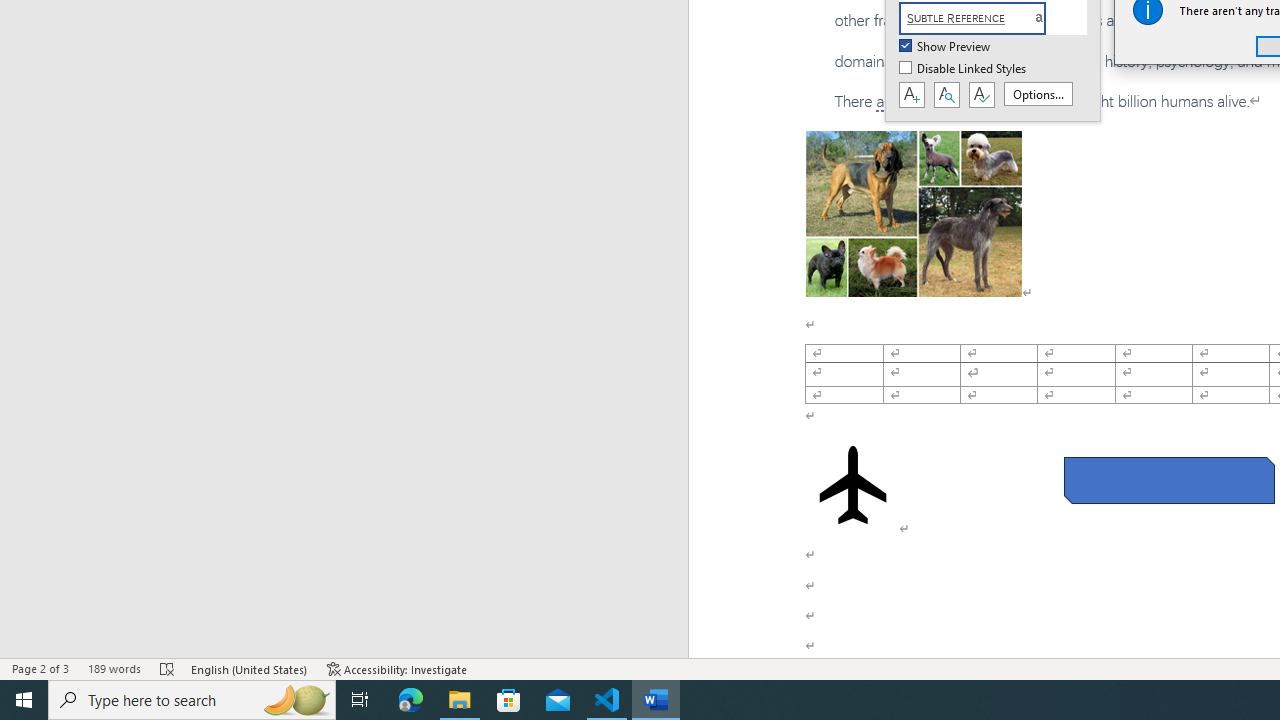 The width and height of the screenshot is (1280, 720). I want to click on 'Task View', so click(359, 698).